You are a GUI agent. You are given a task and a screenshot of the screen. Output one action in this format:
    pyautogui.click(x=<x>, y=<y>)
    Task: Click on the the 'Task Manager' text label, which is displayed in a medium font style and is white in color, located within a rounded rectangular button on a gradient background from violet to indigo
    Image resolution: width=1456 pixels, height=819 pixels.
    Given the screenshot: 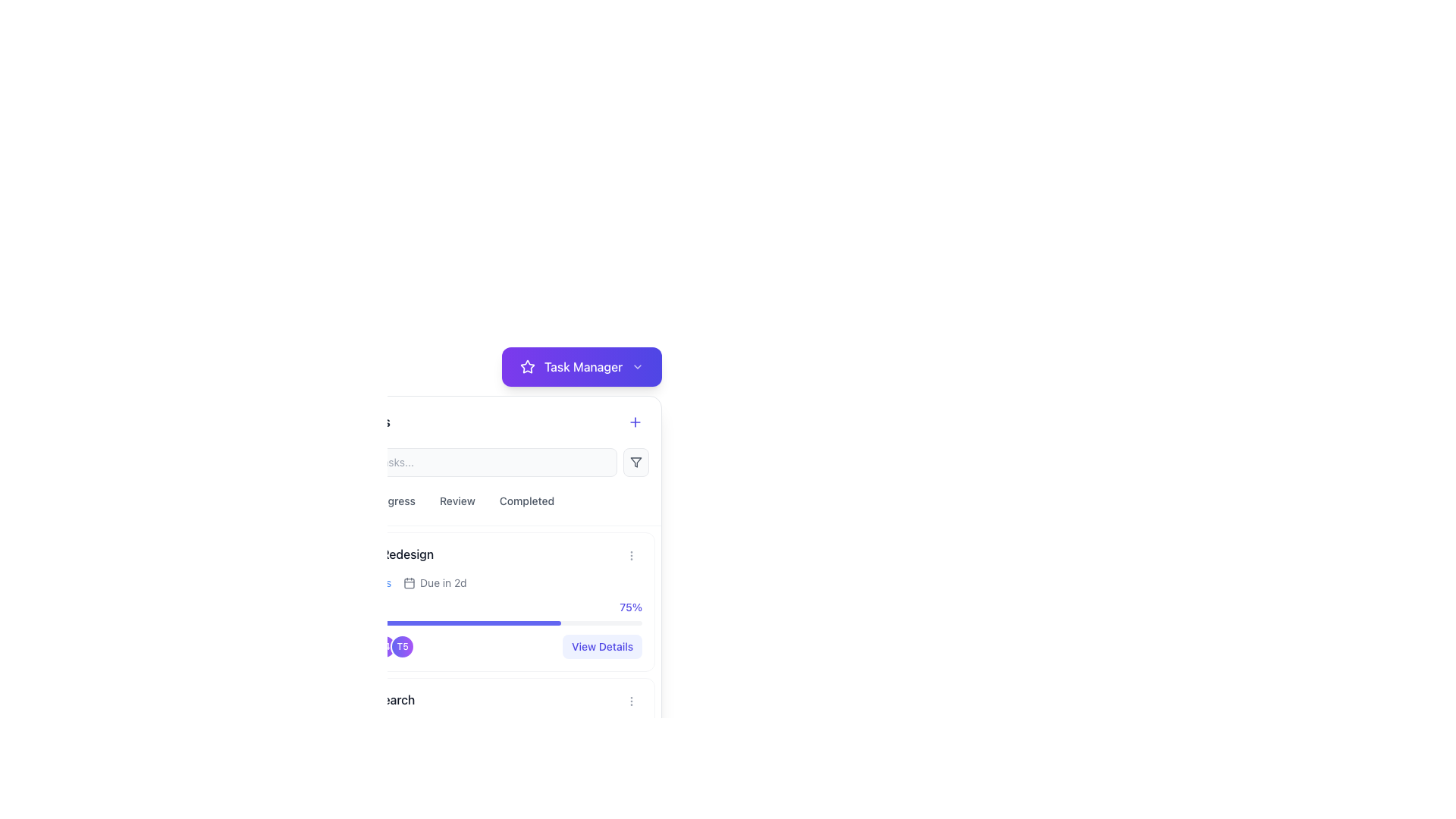 What is the action you would take?
    pyautogui.click(x=582, y=366)
    